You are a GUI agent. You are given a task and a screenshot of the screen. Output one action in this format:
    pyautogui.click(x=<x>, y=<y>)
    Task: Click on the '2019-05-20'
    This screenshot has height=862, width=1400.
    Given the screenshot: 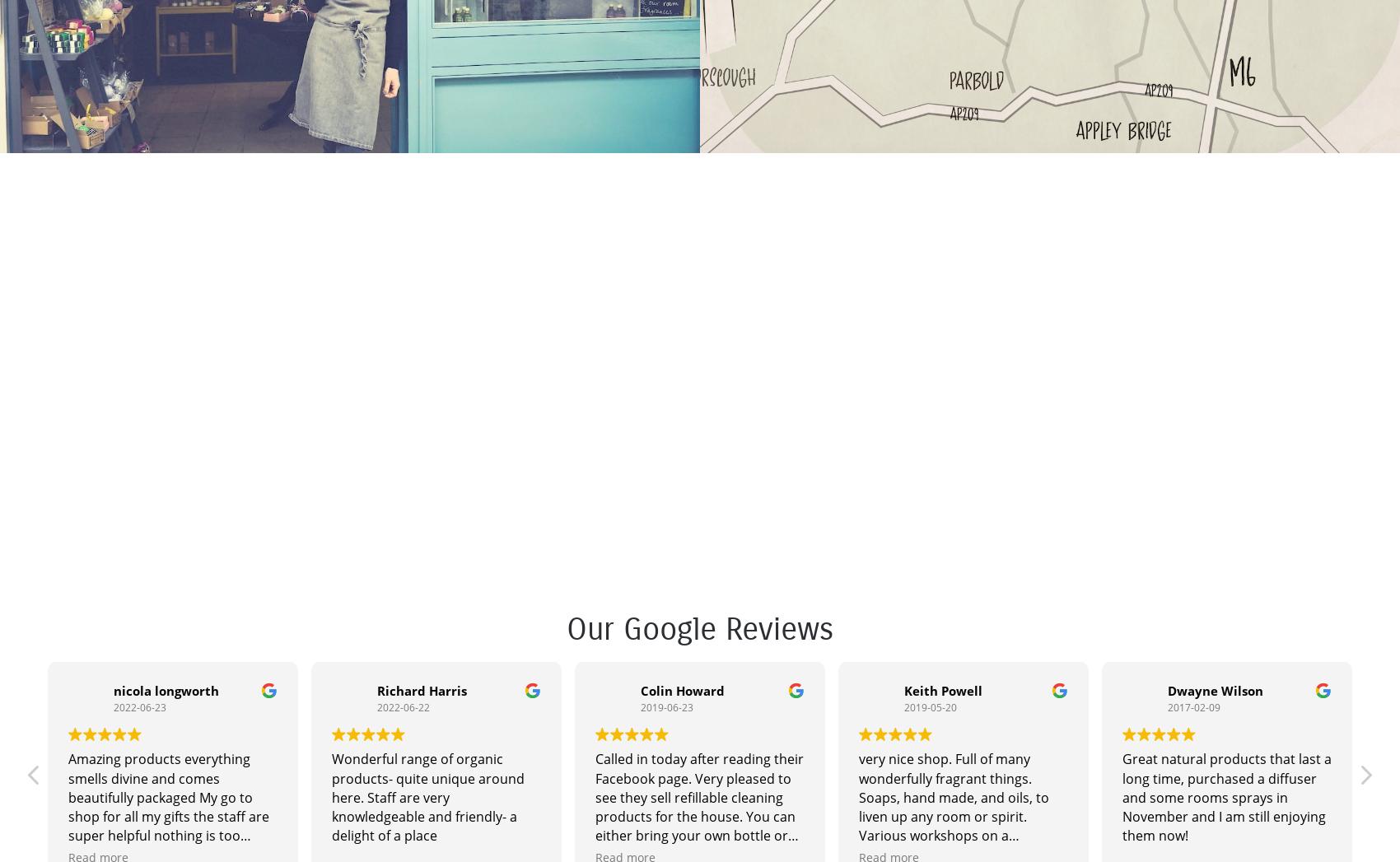 What is the action you would take?
    pyautogui.click(x=930, y=706)
    